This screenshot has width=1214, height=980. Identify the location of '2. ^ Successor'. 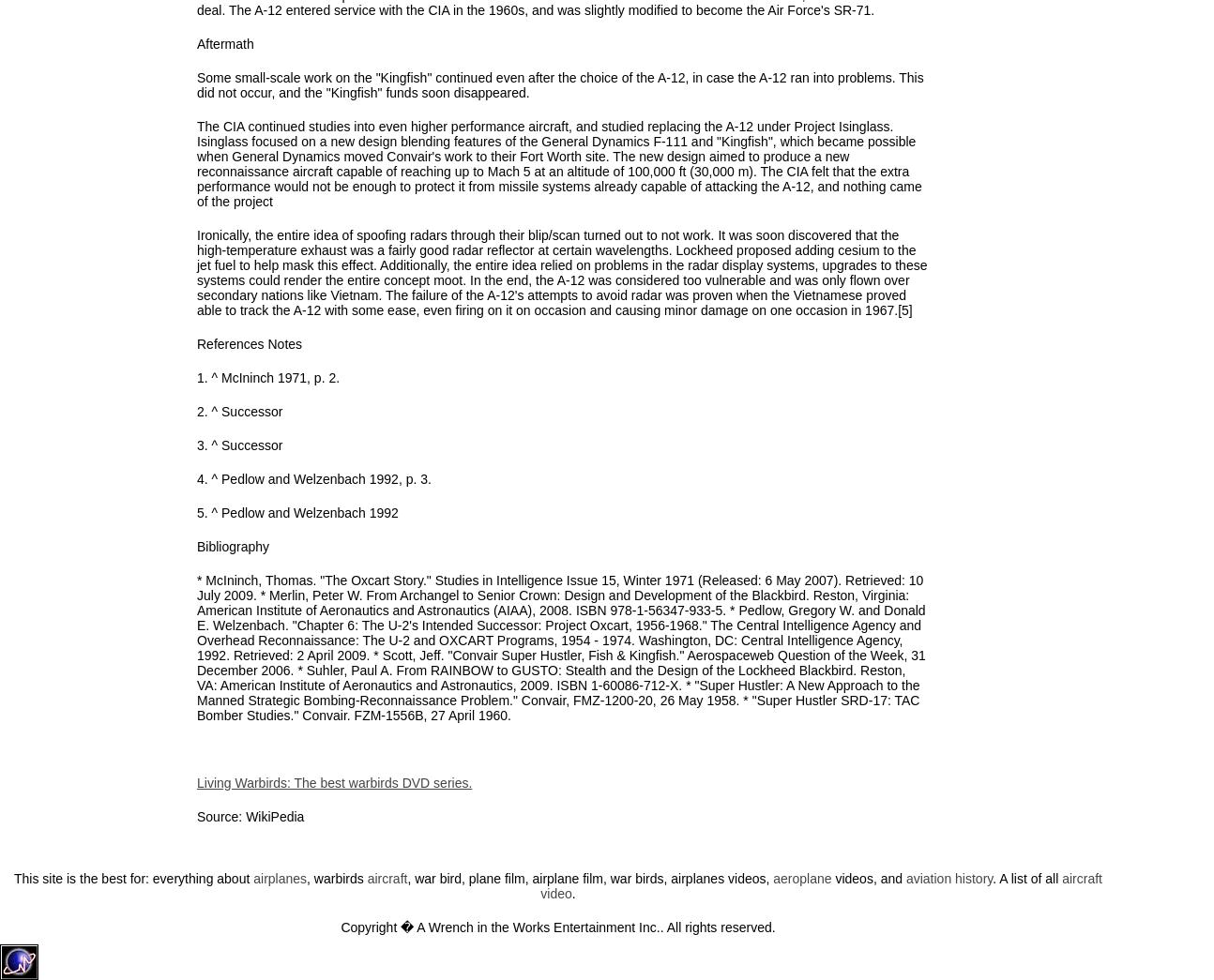
(197, 412).